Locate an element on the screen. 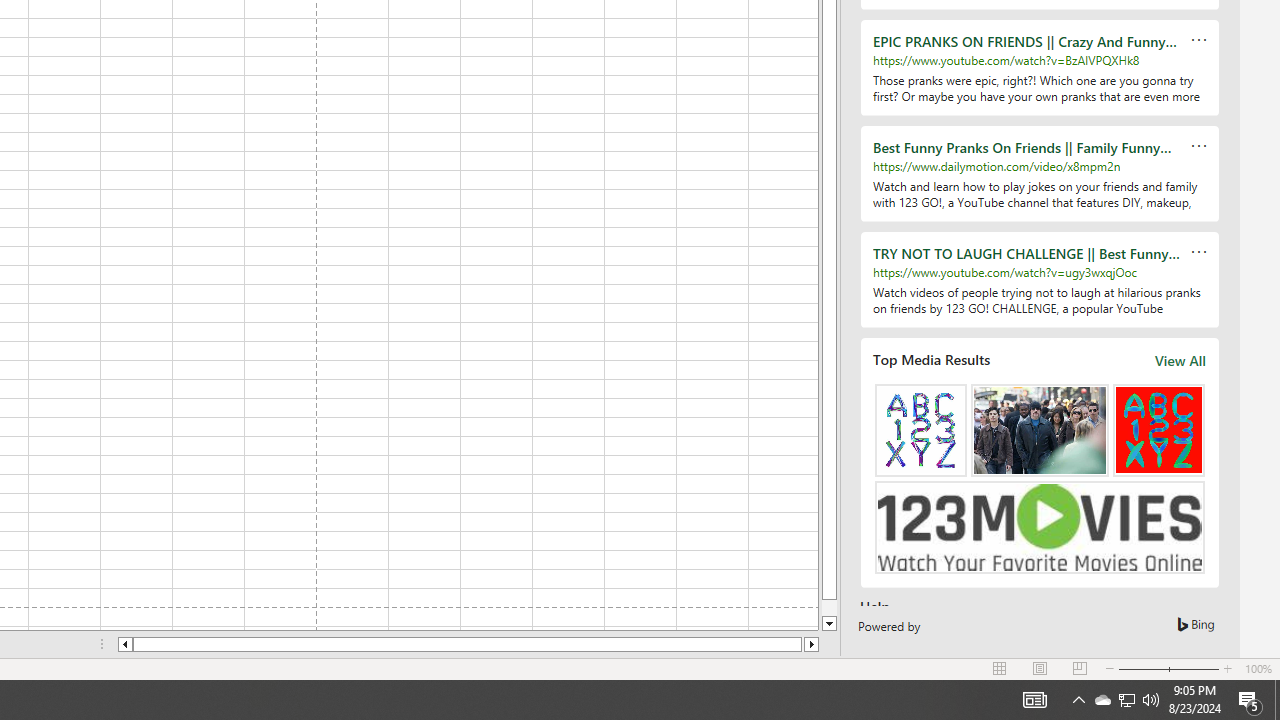 Image resolution: width=1280 pixels, height=720 pixels. 'Page Layout' is located at coordinates (1040, 669).